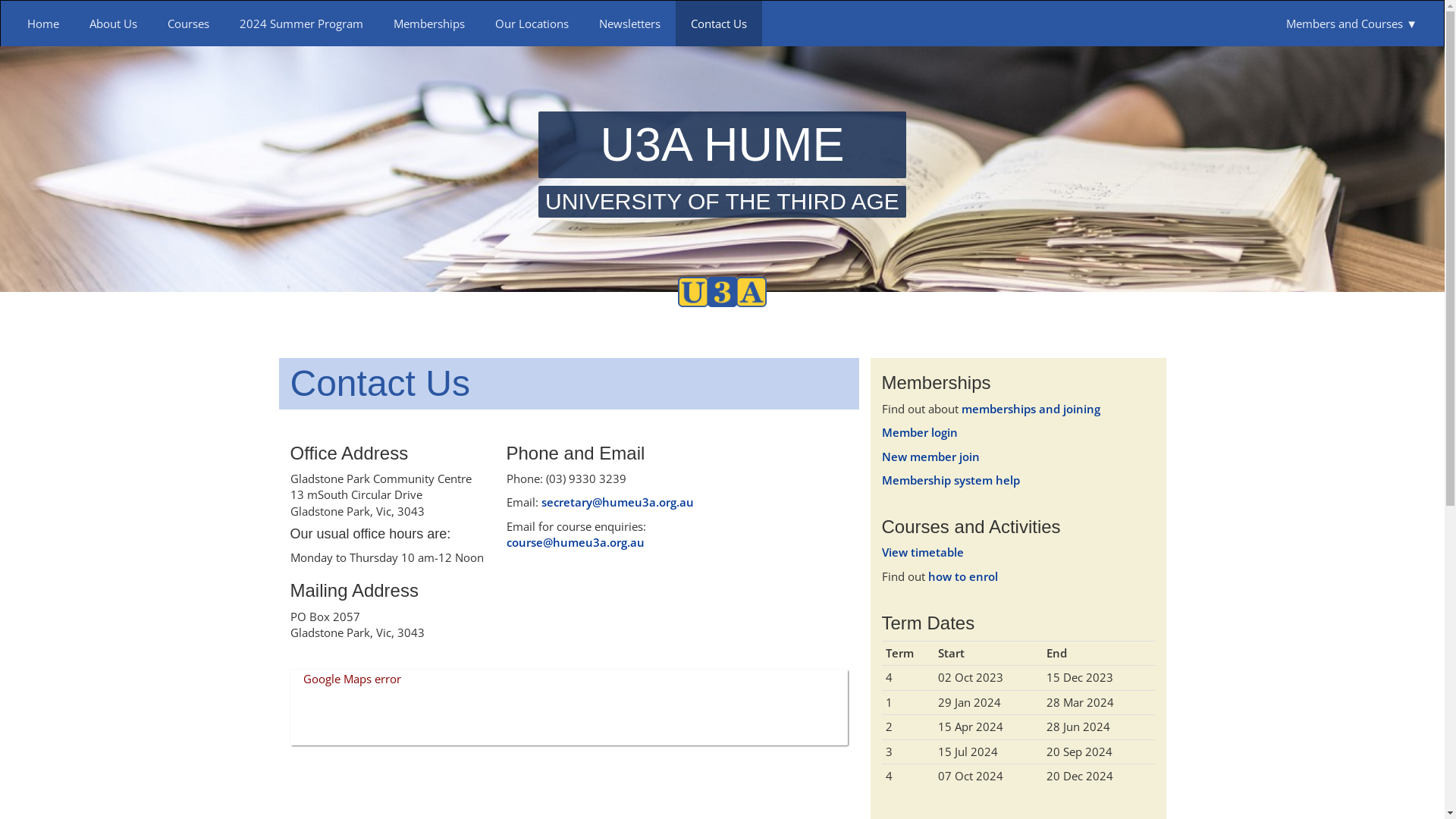 The image size is (1456, 819). Describe the element at coordinates (929, 455) in the screenshot. I see `'New member join'` at that location.